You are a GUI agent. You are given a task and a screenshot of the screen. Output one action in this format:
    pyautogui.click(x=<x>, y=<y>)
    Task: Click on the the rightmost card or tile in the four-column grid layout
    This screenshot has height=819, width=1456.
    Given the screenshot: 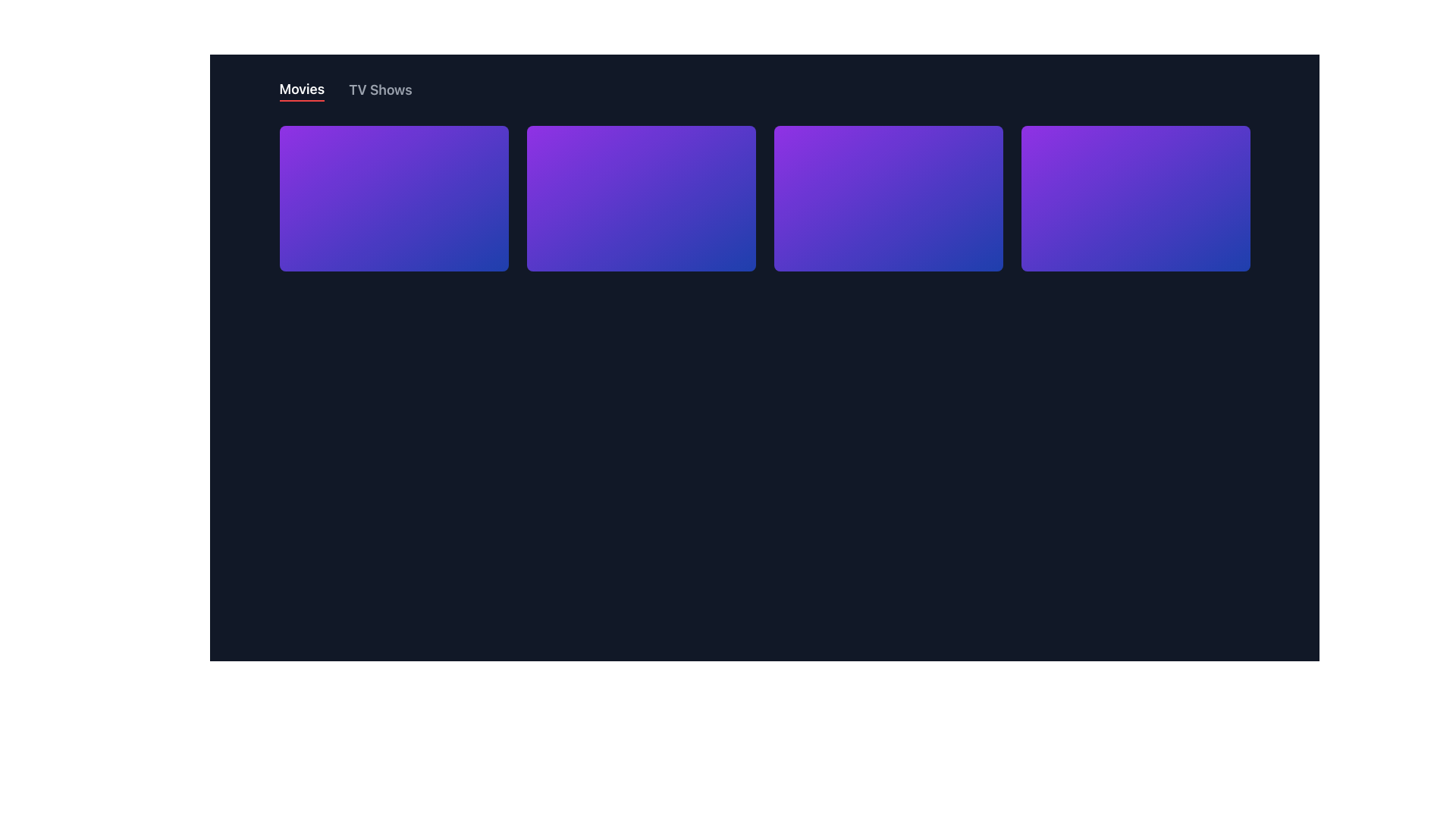 What is the action you would take?
    pyautogui.click(x=1135, y=198)
    